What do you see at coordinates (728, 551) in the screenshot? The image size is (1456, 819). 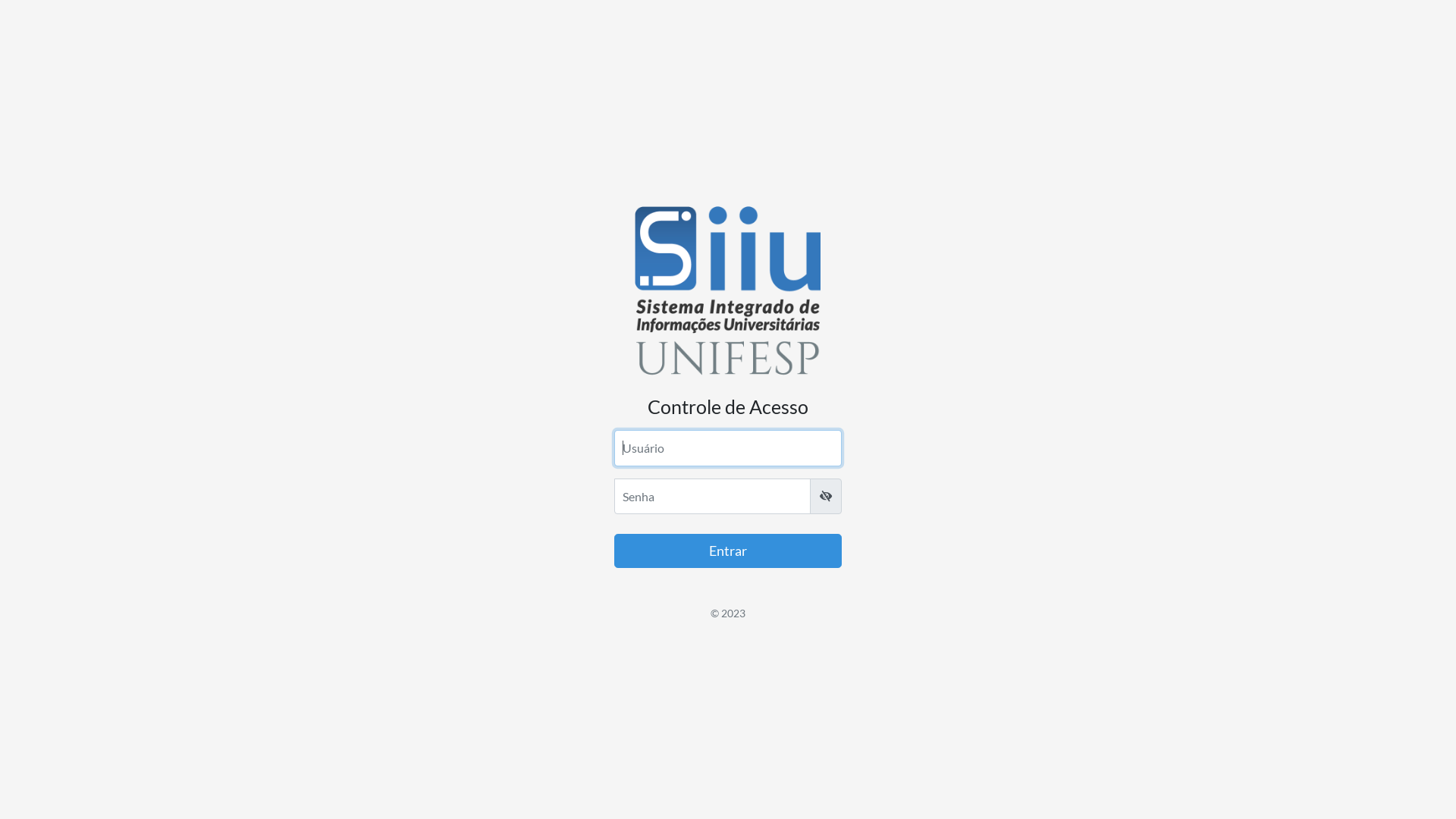 I see `'Entrar'` at bounding box center [728, 551].